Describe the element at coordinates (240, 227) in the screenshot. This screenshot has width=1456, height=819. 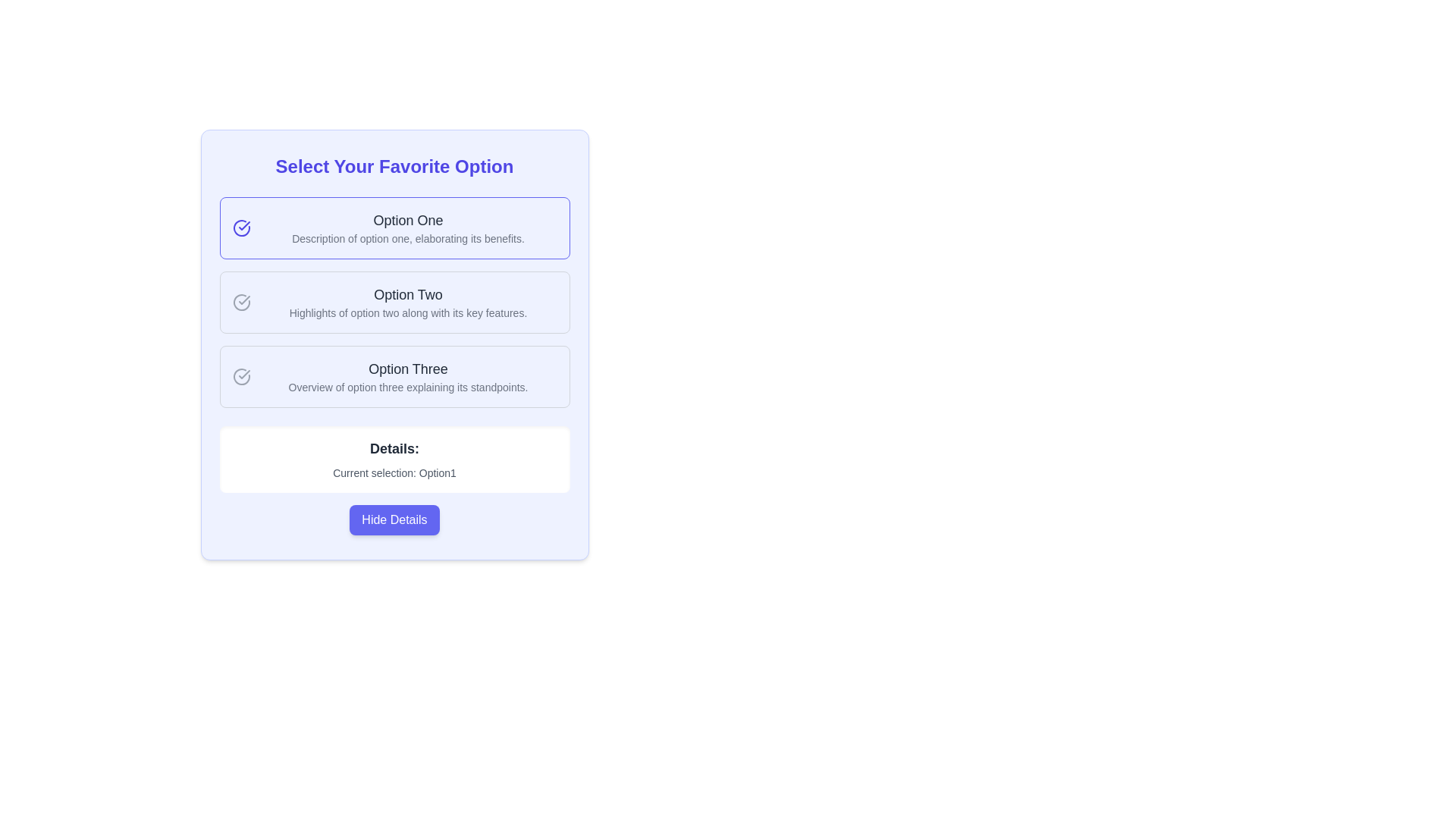
I see `the selection status indicator icon next to 'Option One'` at that location.